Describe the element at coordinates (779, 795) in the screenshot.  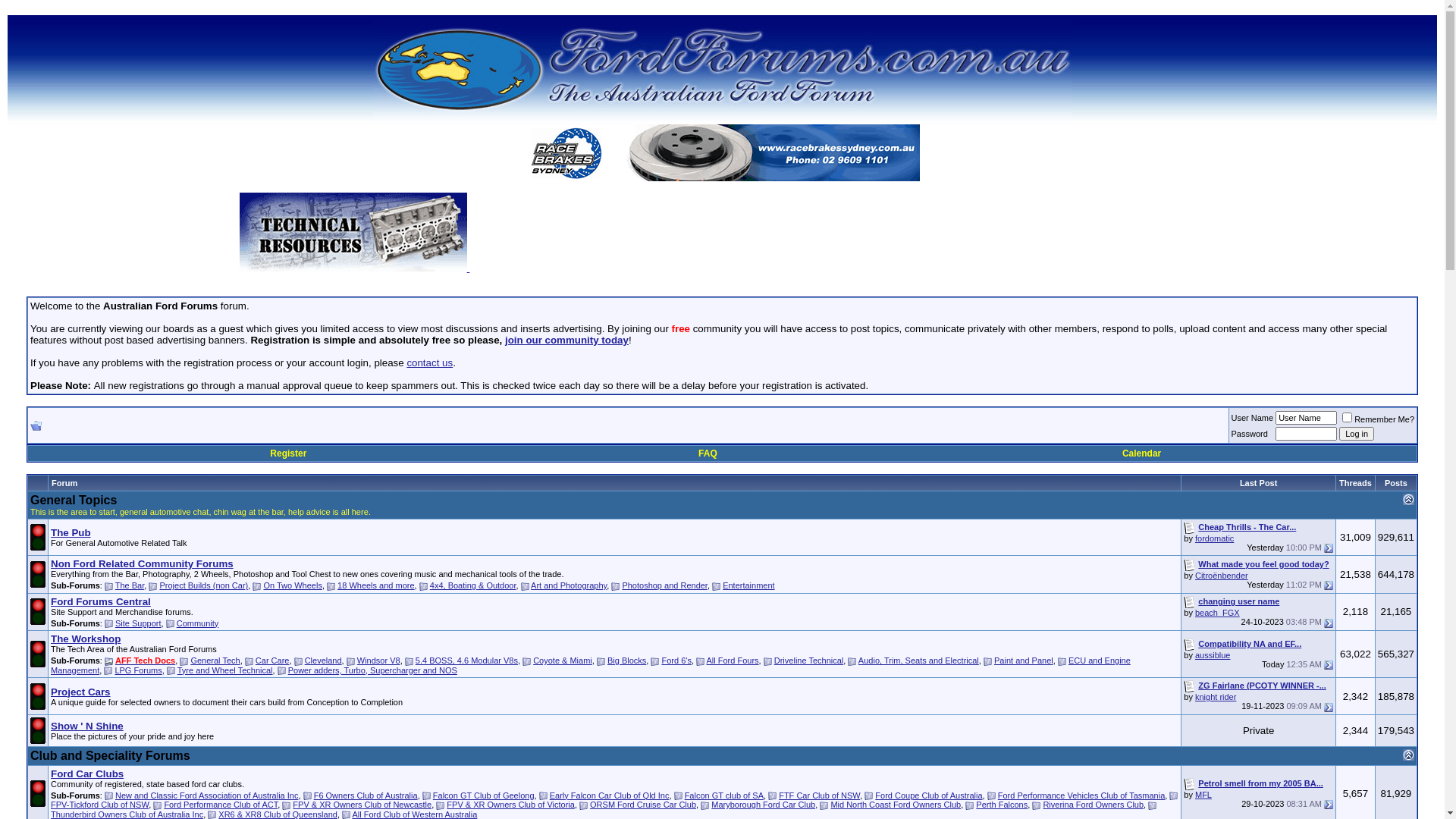
I see `'FTF Car Club of NSW'` at that location.